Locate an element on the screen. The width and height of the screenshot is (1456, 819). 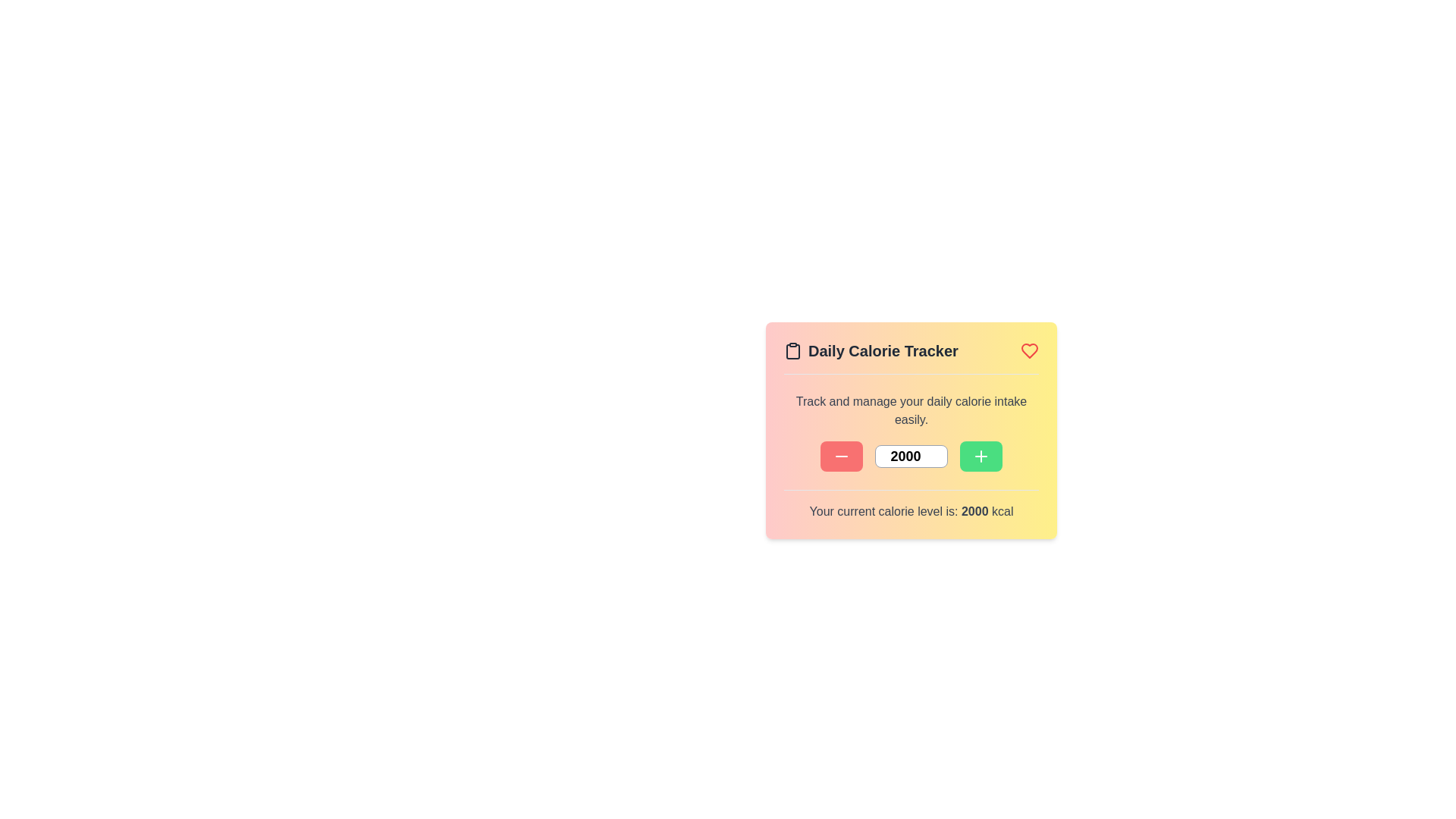
the heart-shaped icon located at the top right corner of the 'Daily Calorie Tracker' header, which serves as a decorative visual cue emphasizing care or health is located at coordinates (1030, 350).